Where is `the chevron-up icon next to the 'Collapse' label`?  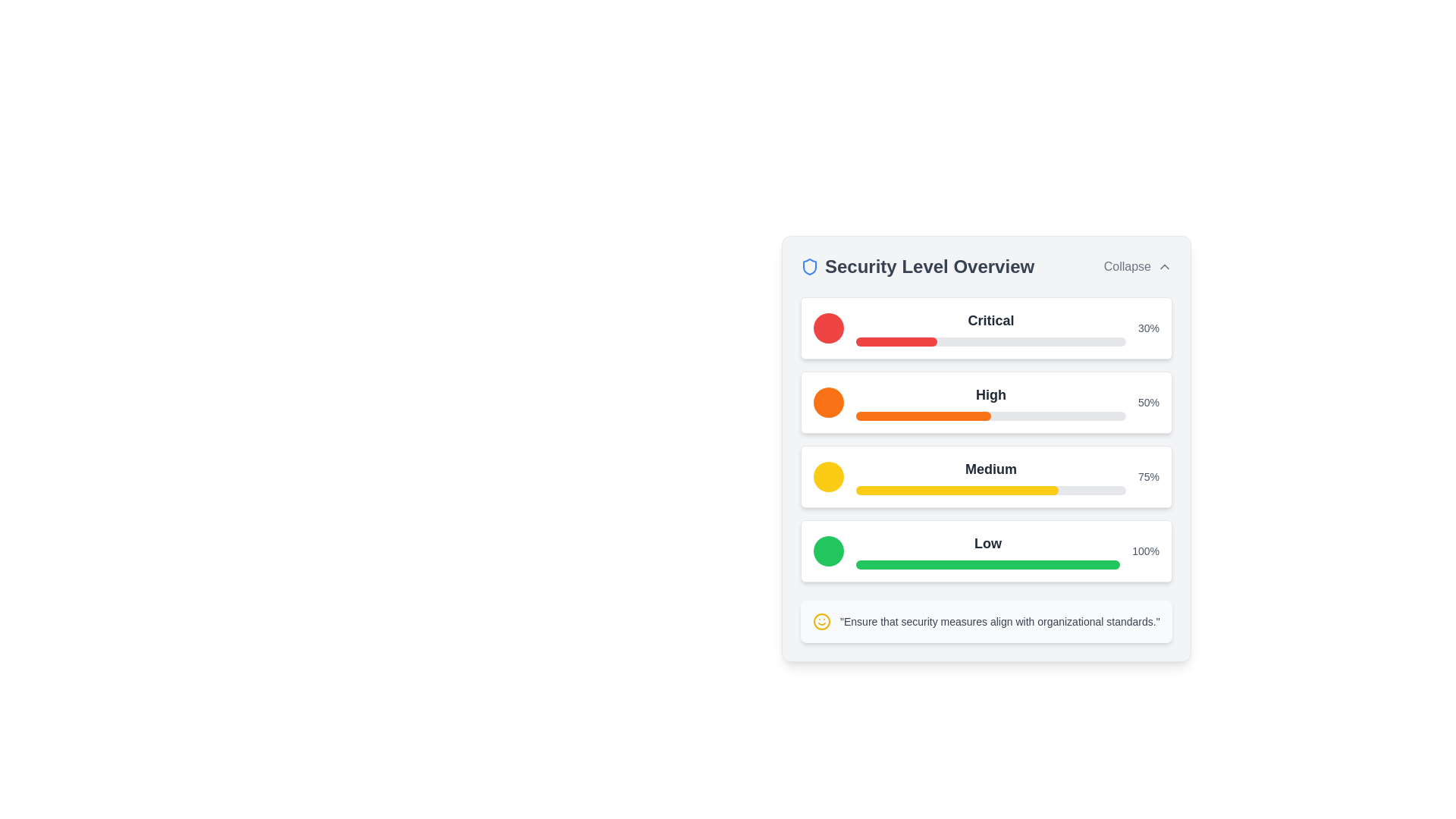
the chevron-up icon next to the 'Collapse' label is located at coordinates (1164, 265).